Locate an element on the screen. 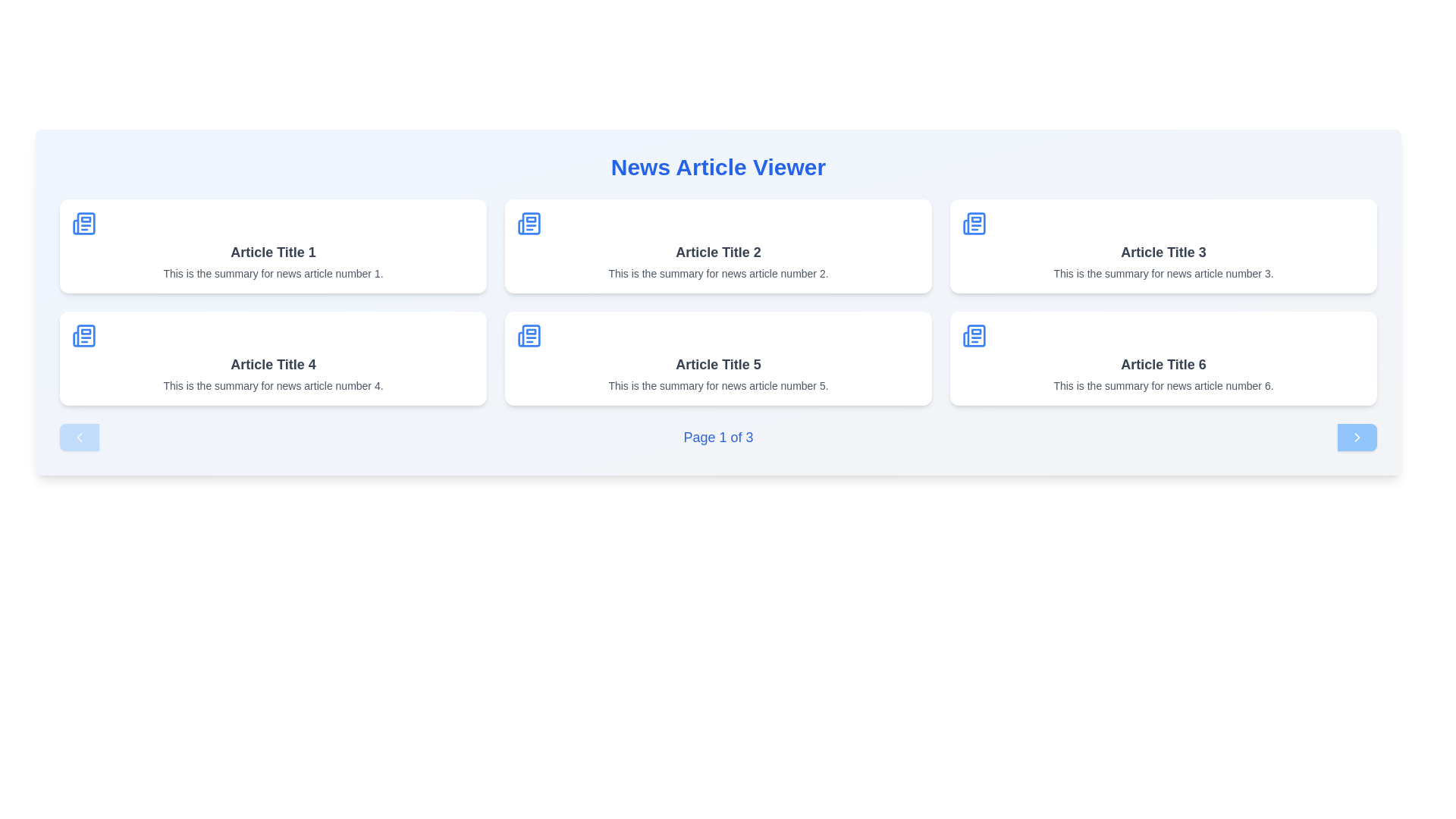 Image resolution: width=1456 pixels, height=819 pixels. the blue newspaper SVG icon located to the left of the textual information about 'Article Title 5' is located at coordinates (529, 335).